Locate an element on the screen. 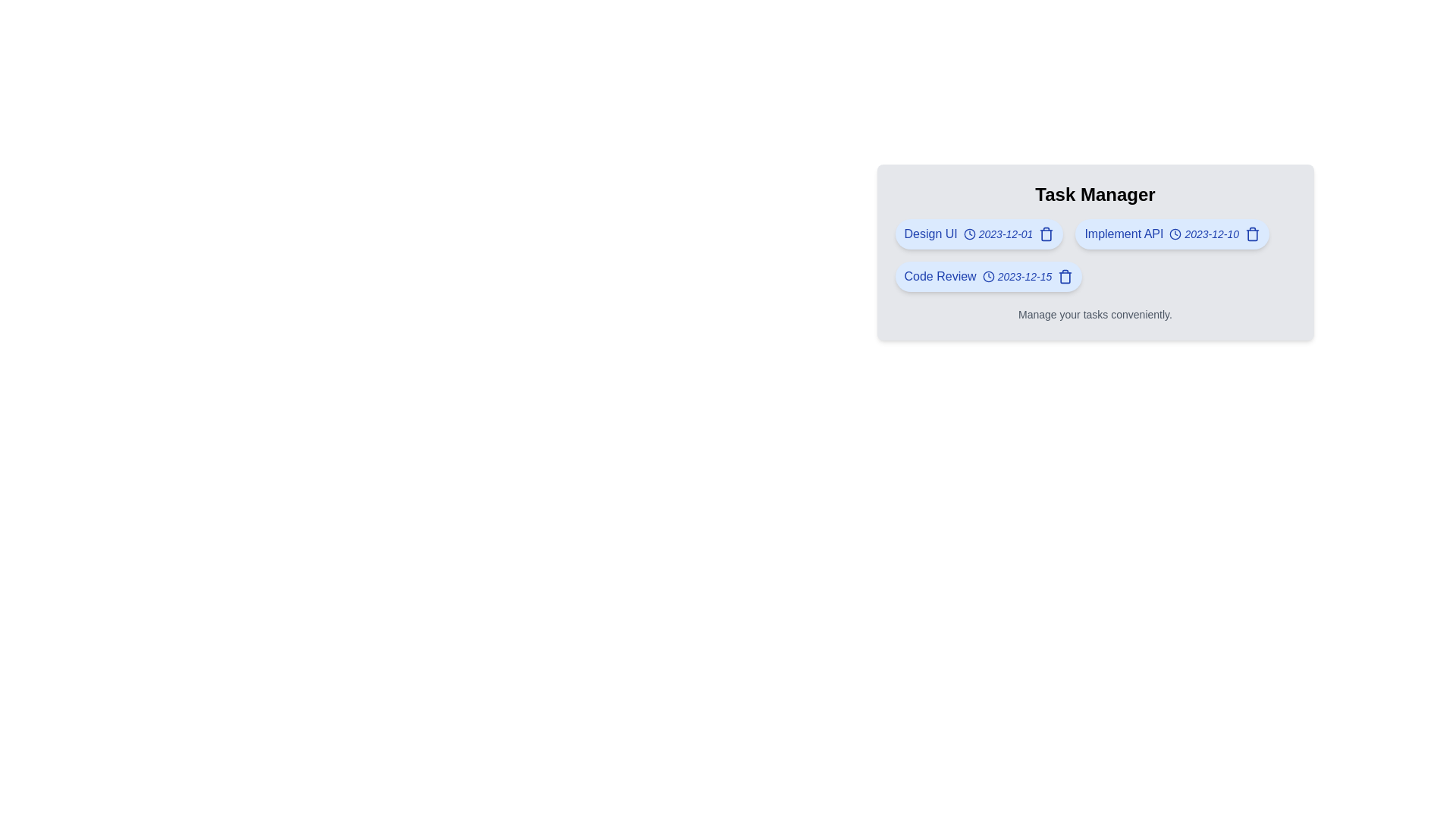 This screenshot has width=1456, height=819. the trash icon to remove the task named Design UI is located at coordinates (1046, 234).